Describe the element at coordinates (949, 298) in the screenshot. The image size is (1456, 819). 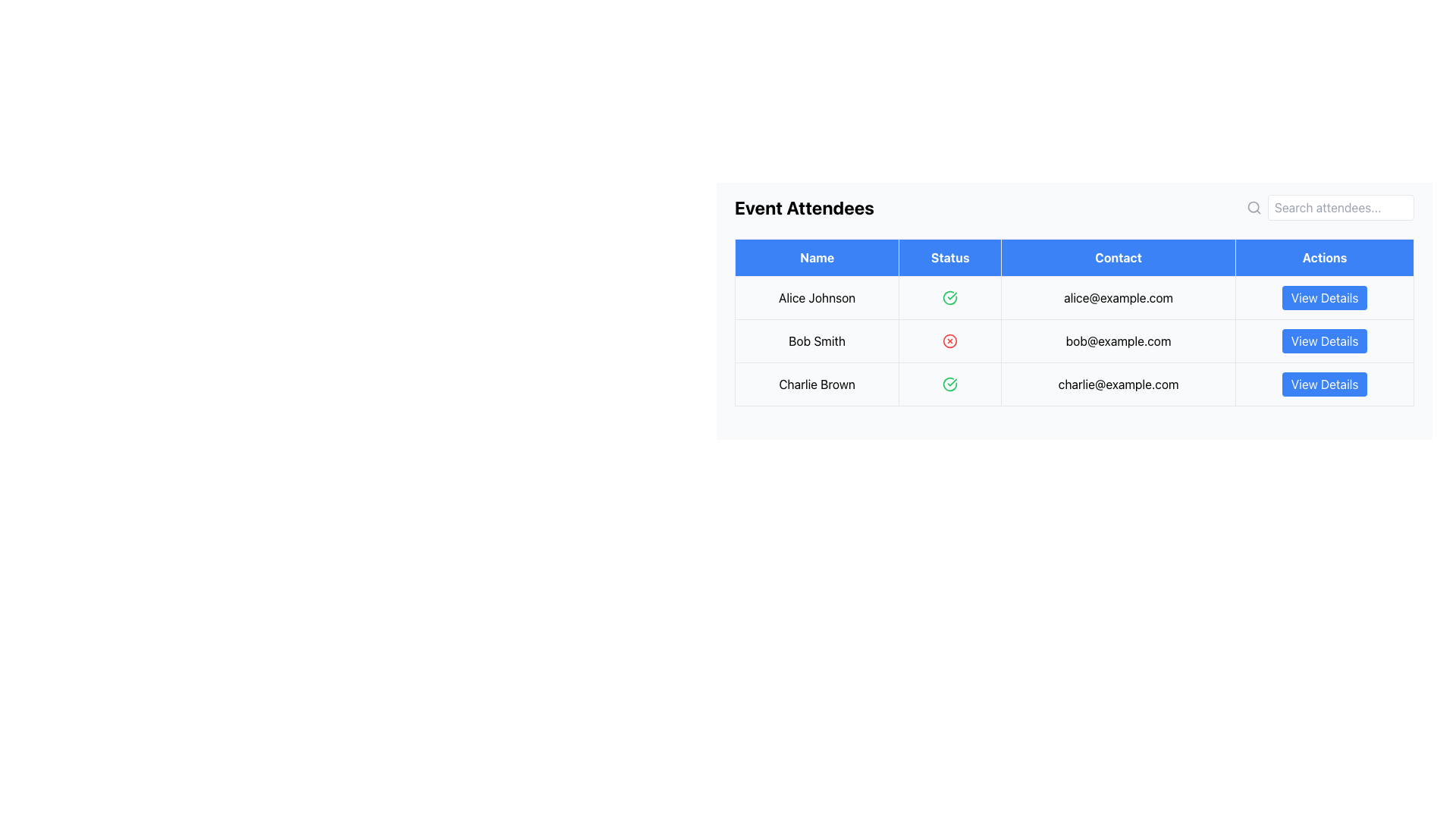
I see `visual content of the table cell containing a green circular checkmark icon in the 'Status' column for 'Alice Johnson'` at that location.